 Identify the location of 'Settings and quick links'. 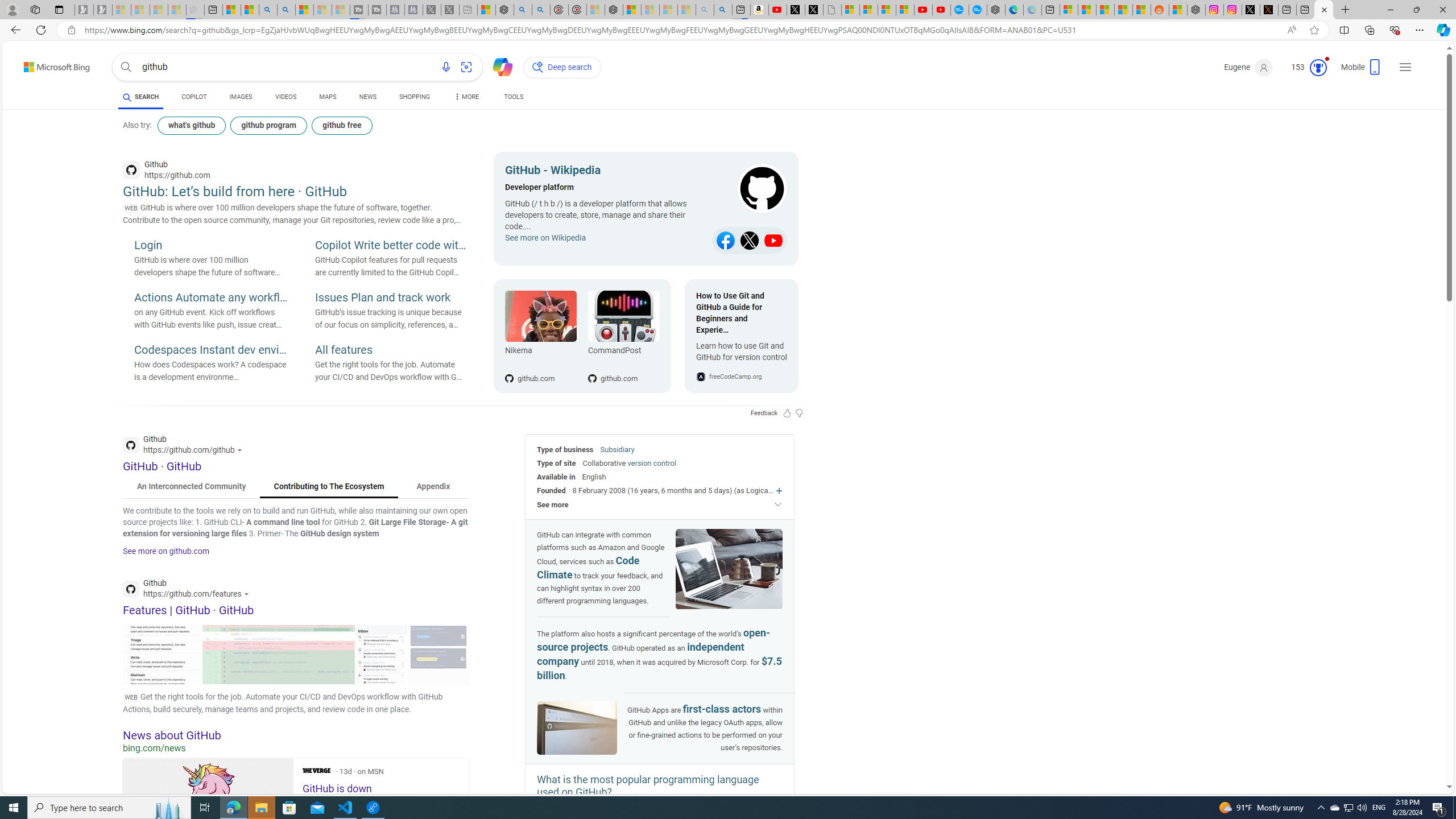
(1405, 67).